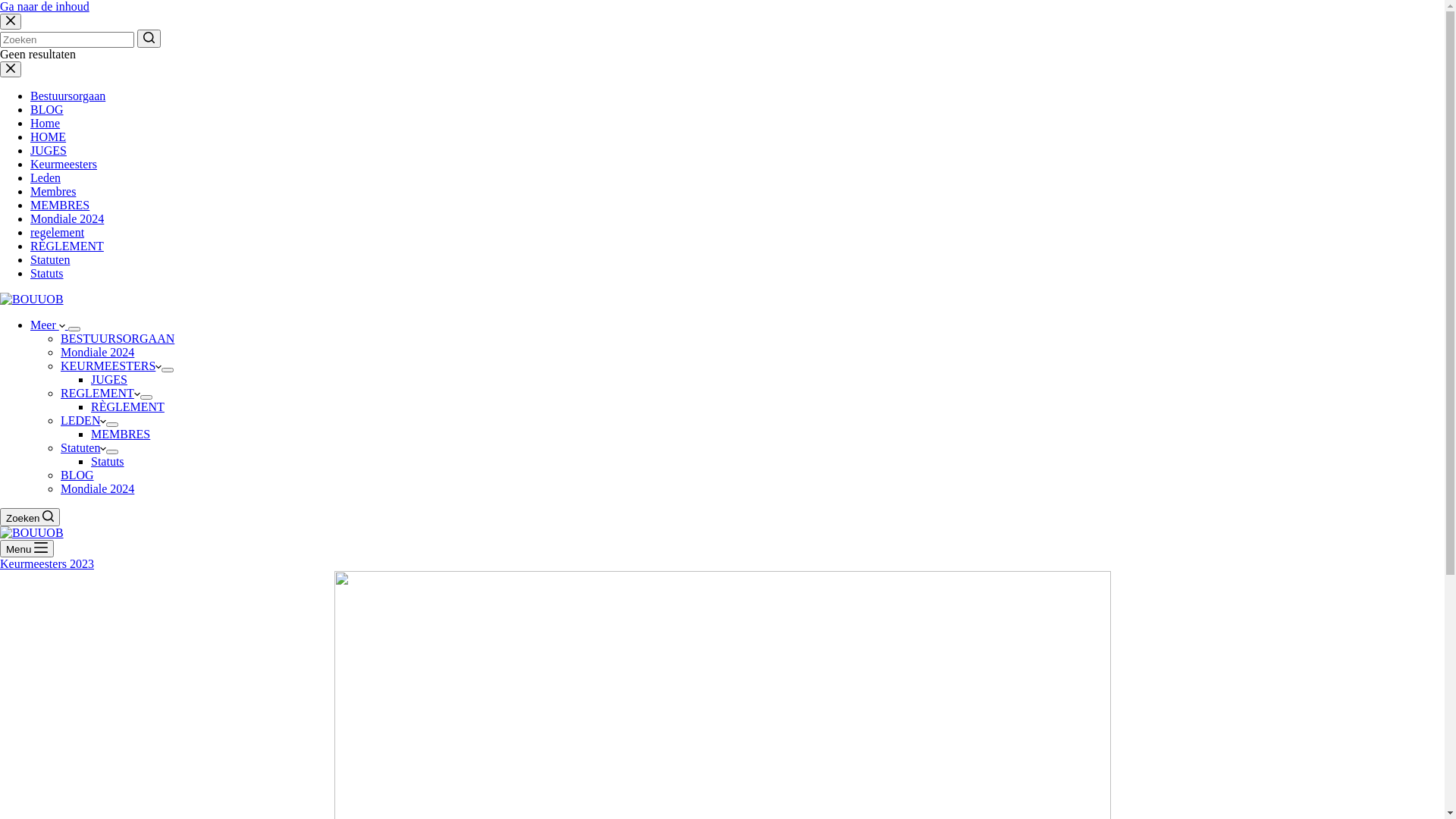 The image size is (1456, 819). I want to click on 'JUGES', so click(48, 150).